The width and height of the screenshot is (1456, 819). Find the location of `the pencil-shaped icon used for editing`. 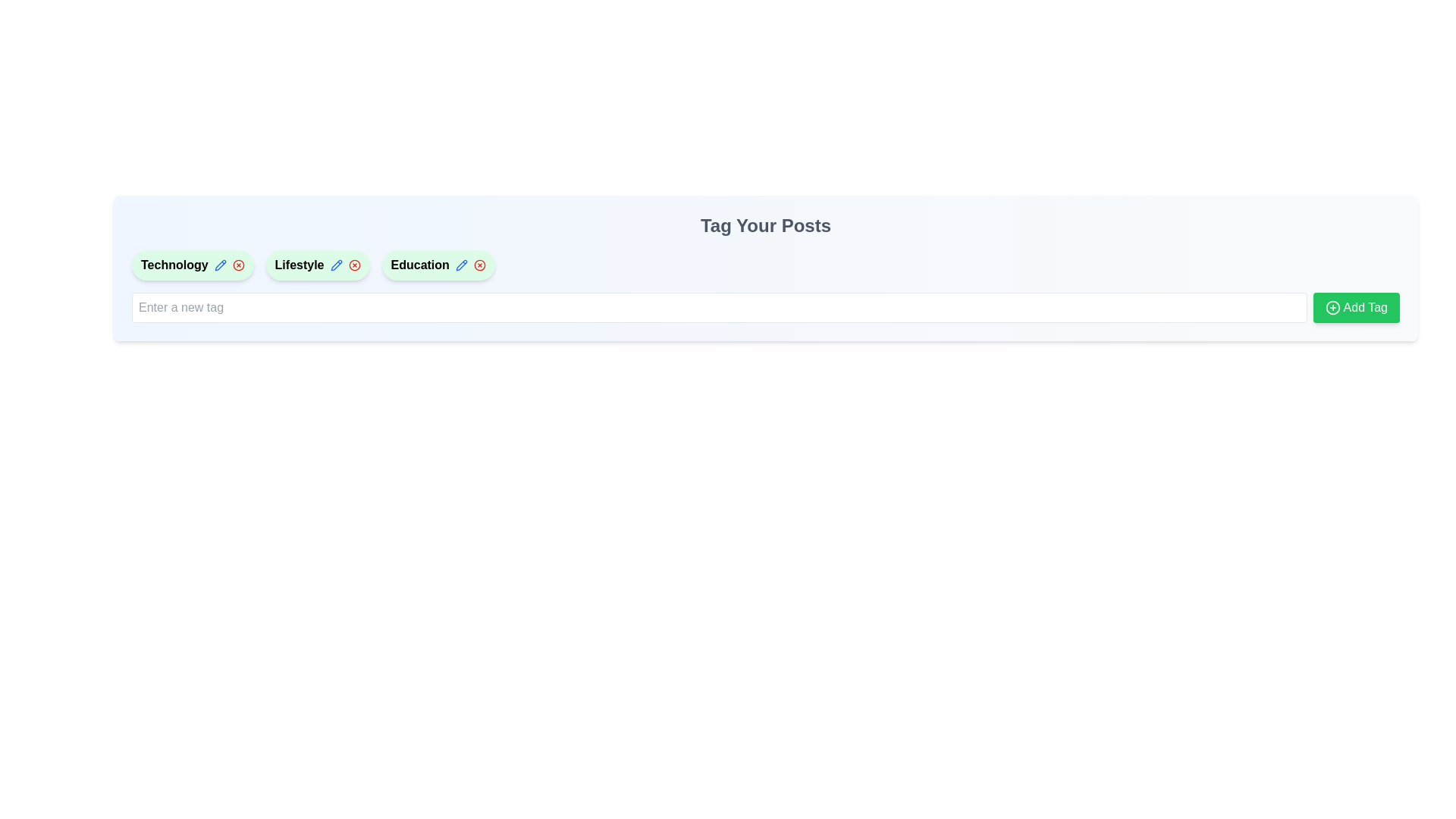

the pencil-shaped icon used for editing is located at coordinates (460, 265).